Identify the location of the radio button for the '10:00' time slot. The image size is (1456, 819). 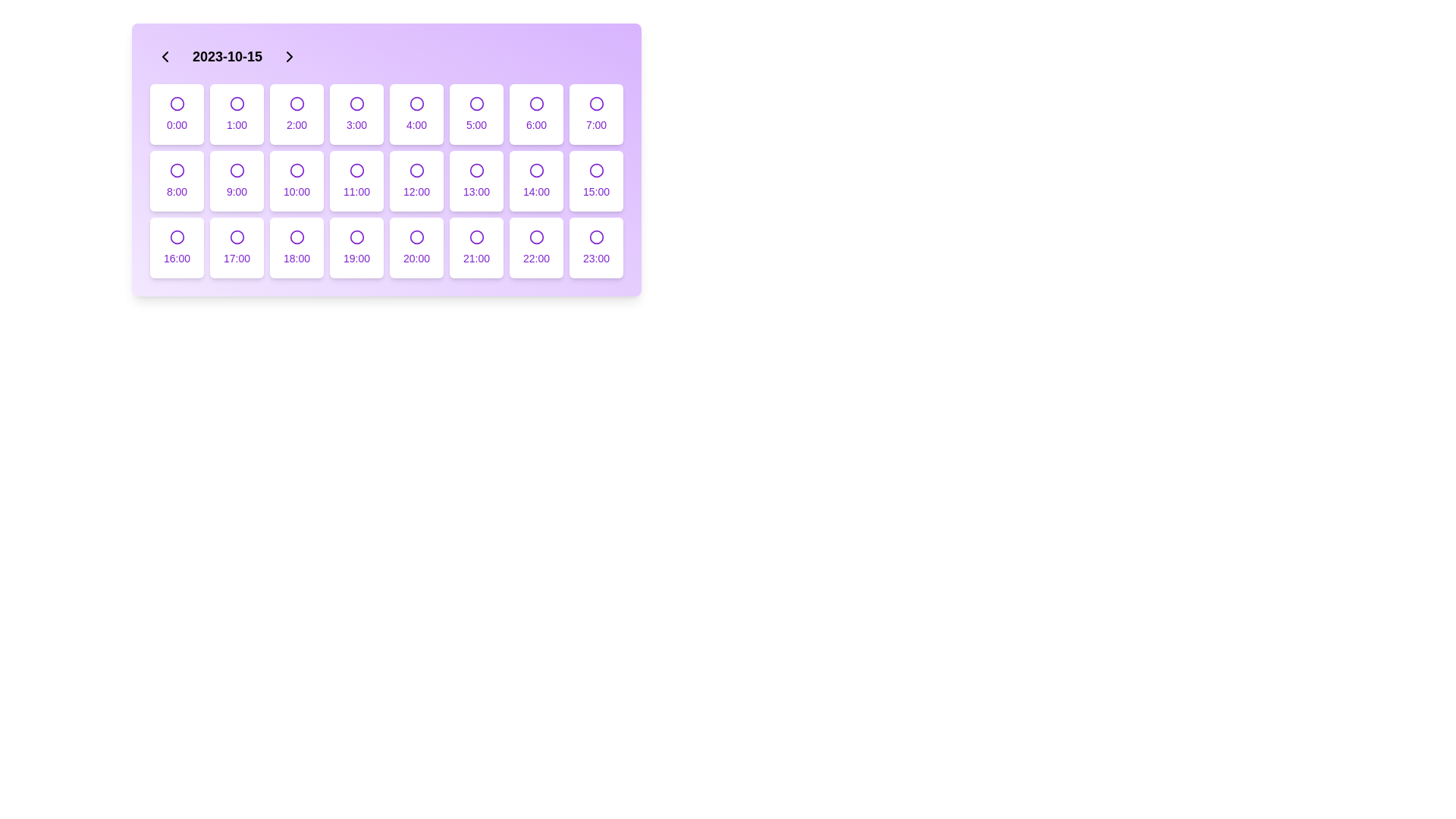
(297, 170).